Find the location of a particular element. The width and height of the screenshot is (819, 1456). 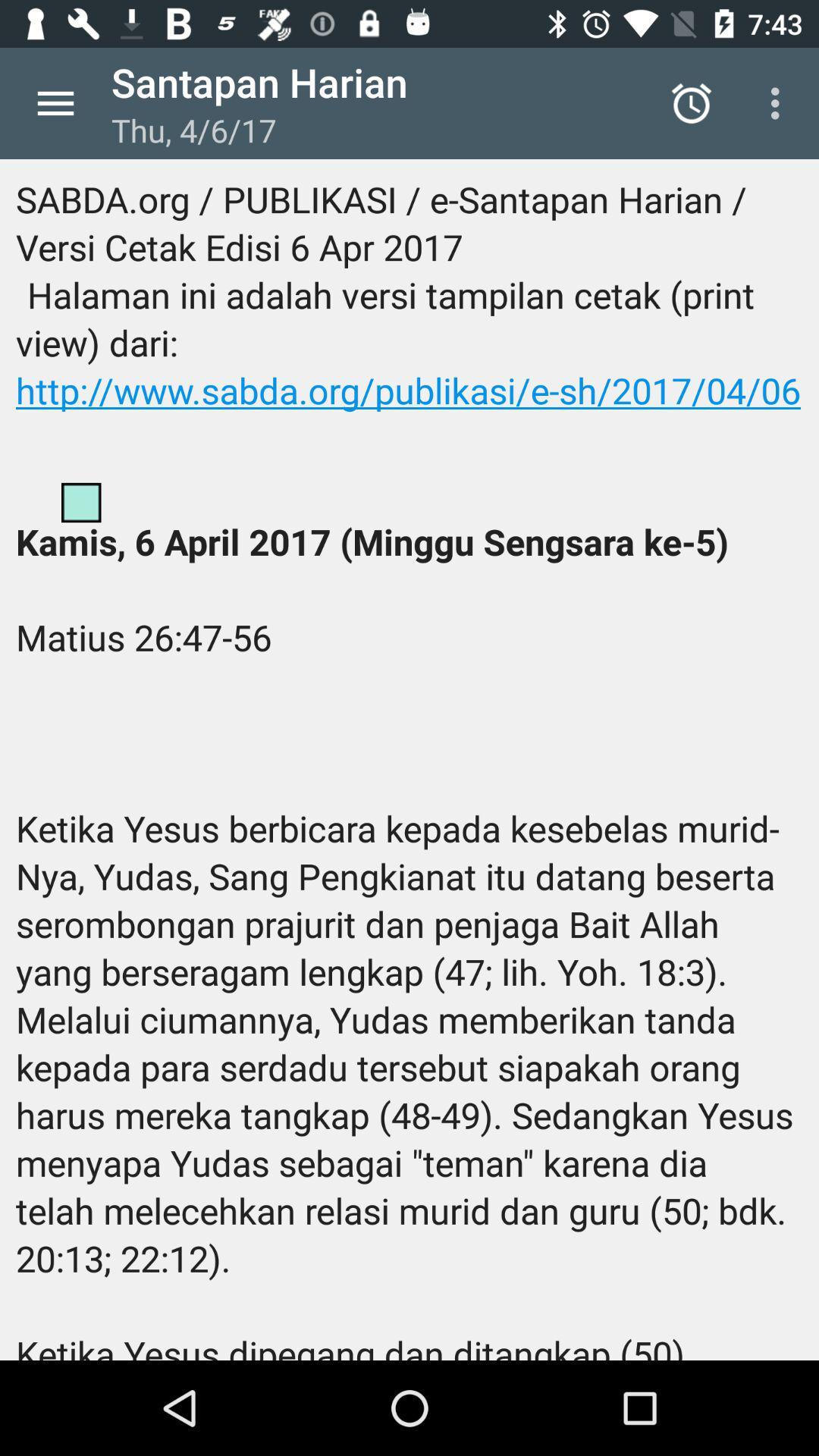

icon next to the santapan harian is located at coordinates (55, 102).